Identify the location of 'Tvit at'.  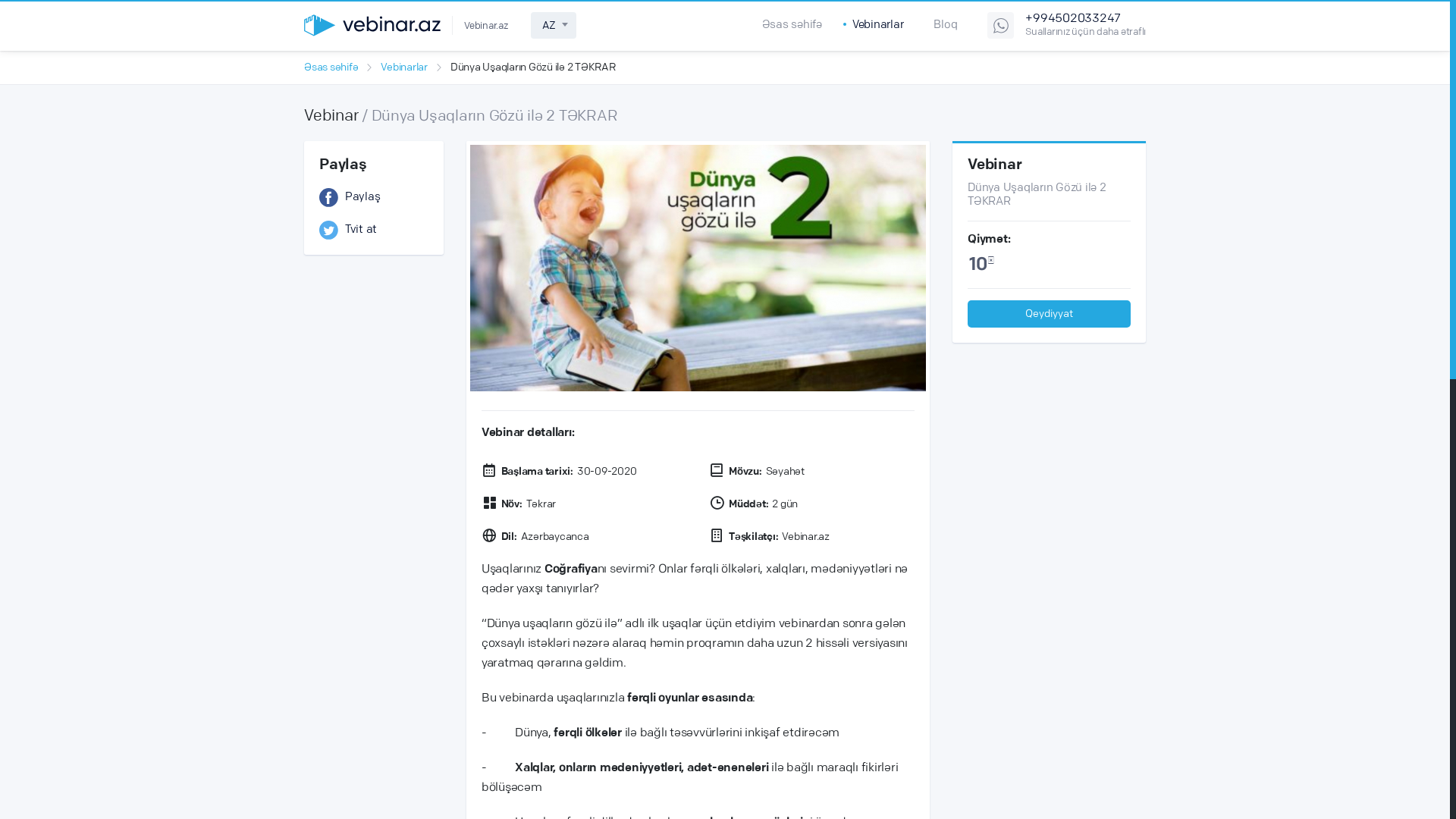
(374, 230).